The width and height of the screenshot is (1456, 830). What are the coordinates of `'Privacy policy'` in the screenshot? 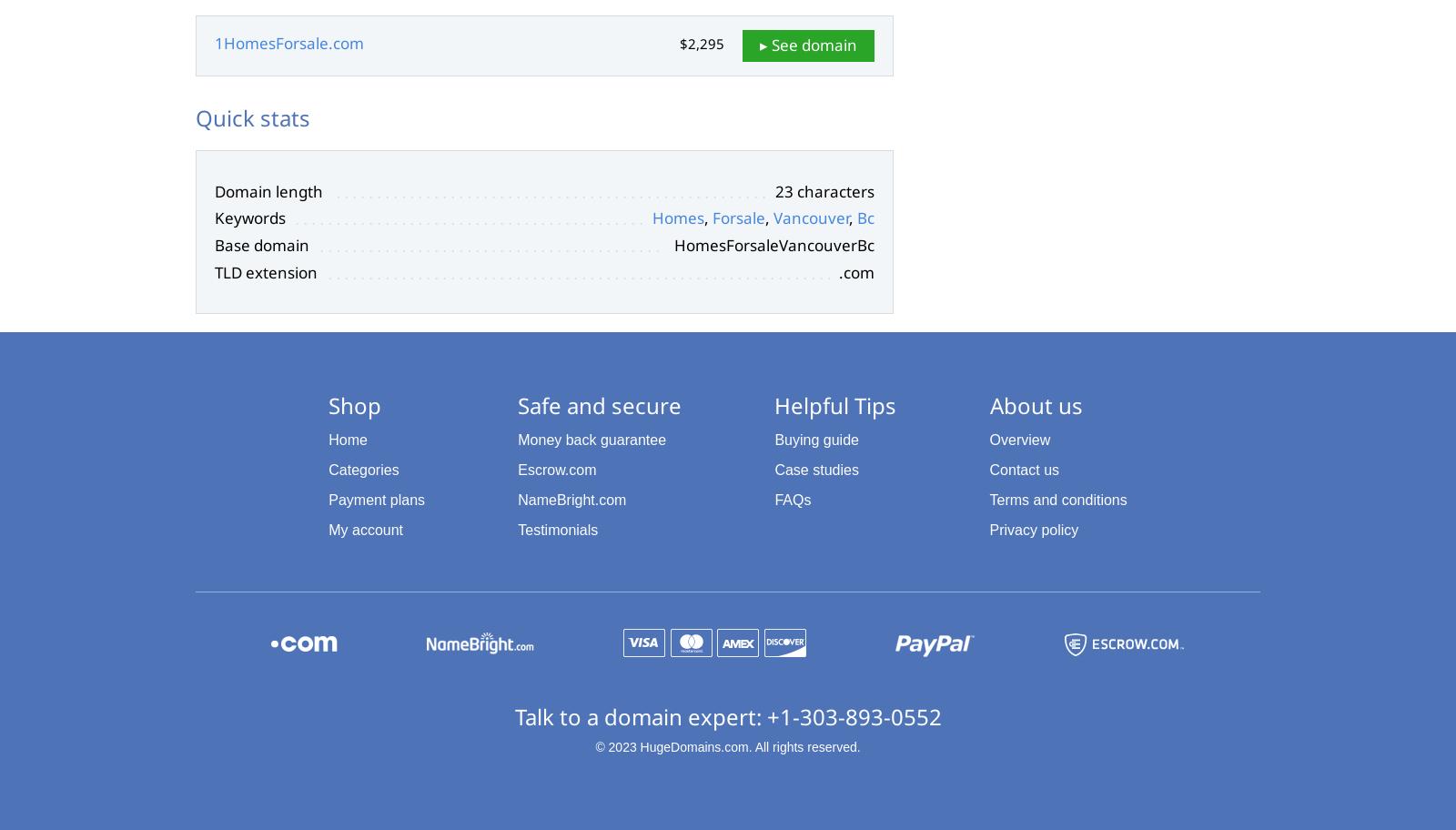 It's located at (1034, 528).